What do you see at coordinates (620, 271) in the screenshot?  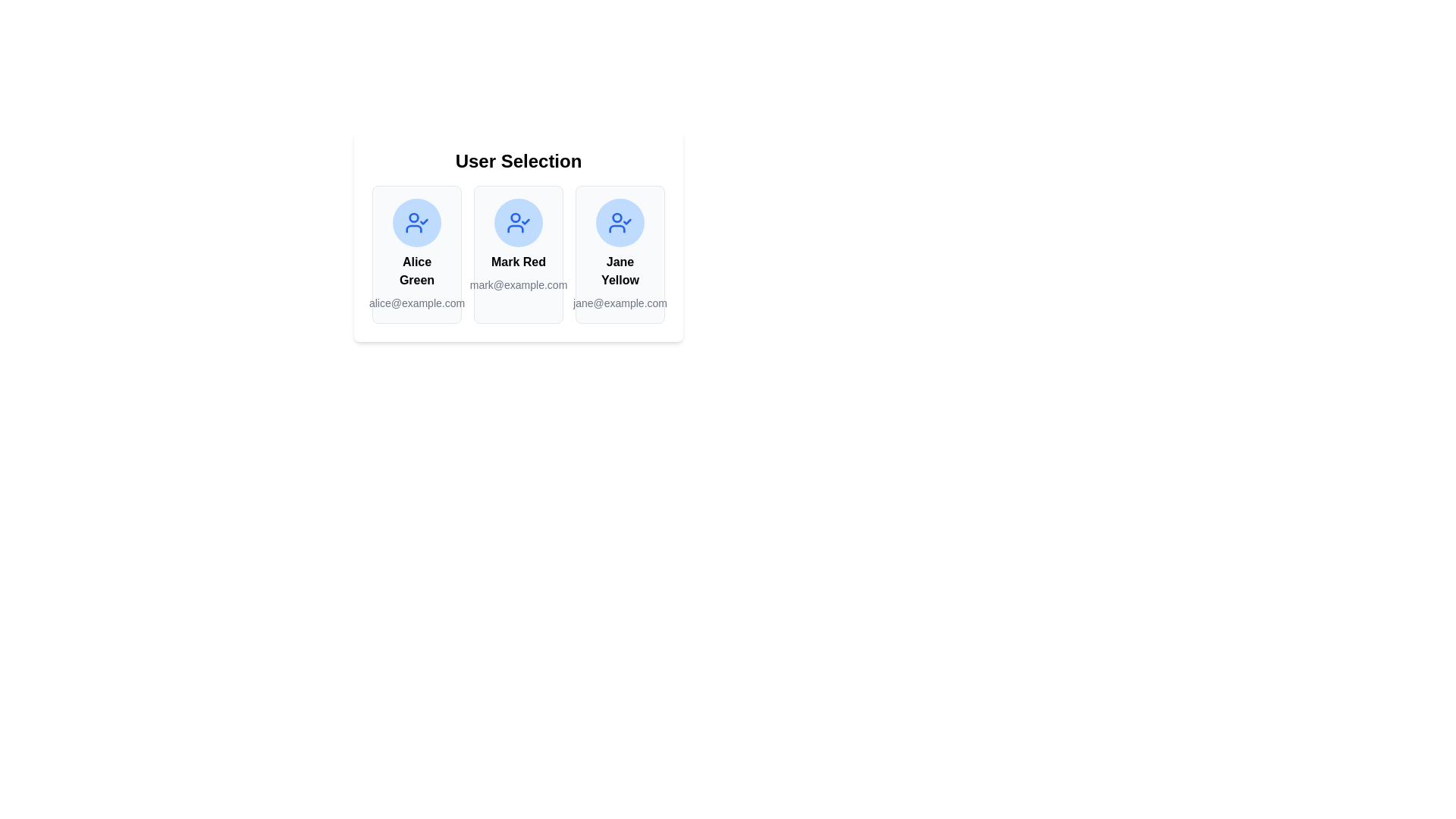 I see `the Text Label displaying the user's name in the third user profile card, which is positioned beneath an icon and above the email address 'jane@example.com'` at bounding box center [620, 271].